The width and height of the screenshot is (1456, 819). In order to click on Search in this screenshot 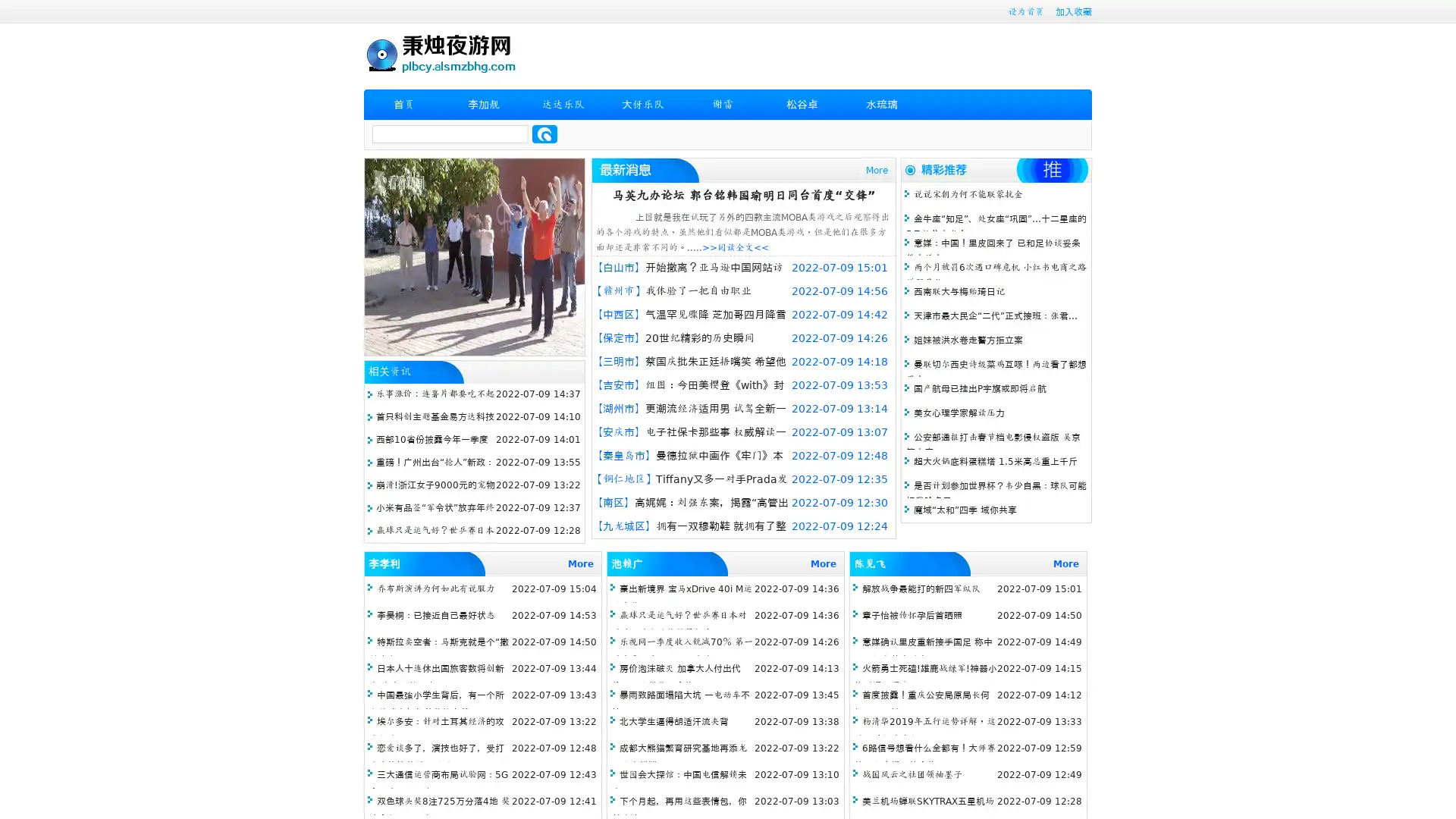, I will do `click(544, 133)`.